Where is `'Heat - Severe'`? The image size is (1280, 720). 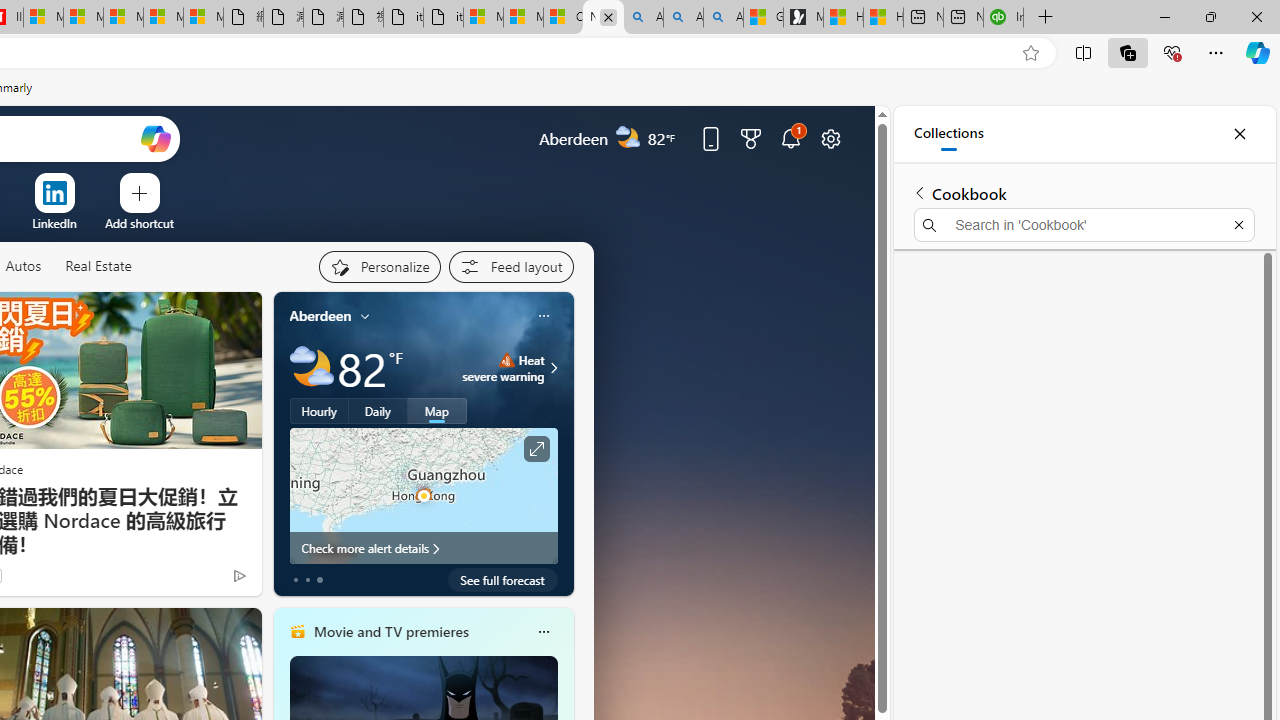 'Heat - Severe' is located at coordinates (506, 360).